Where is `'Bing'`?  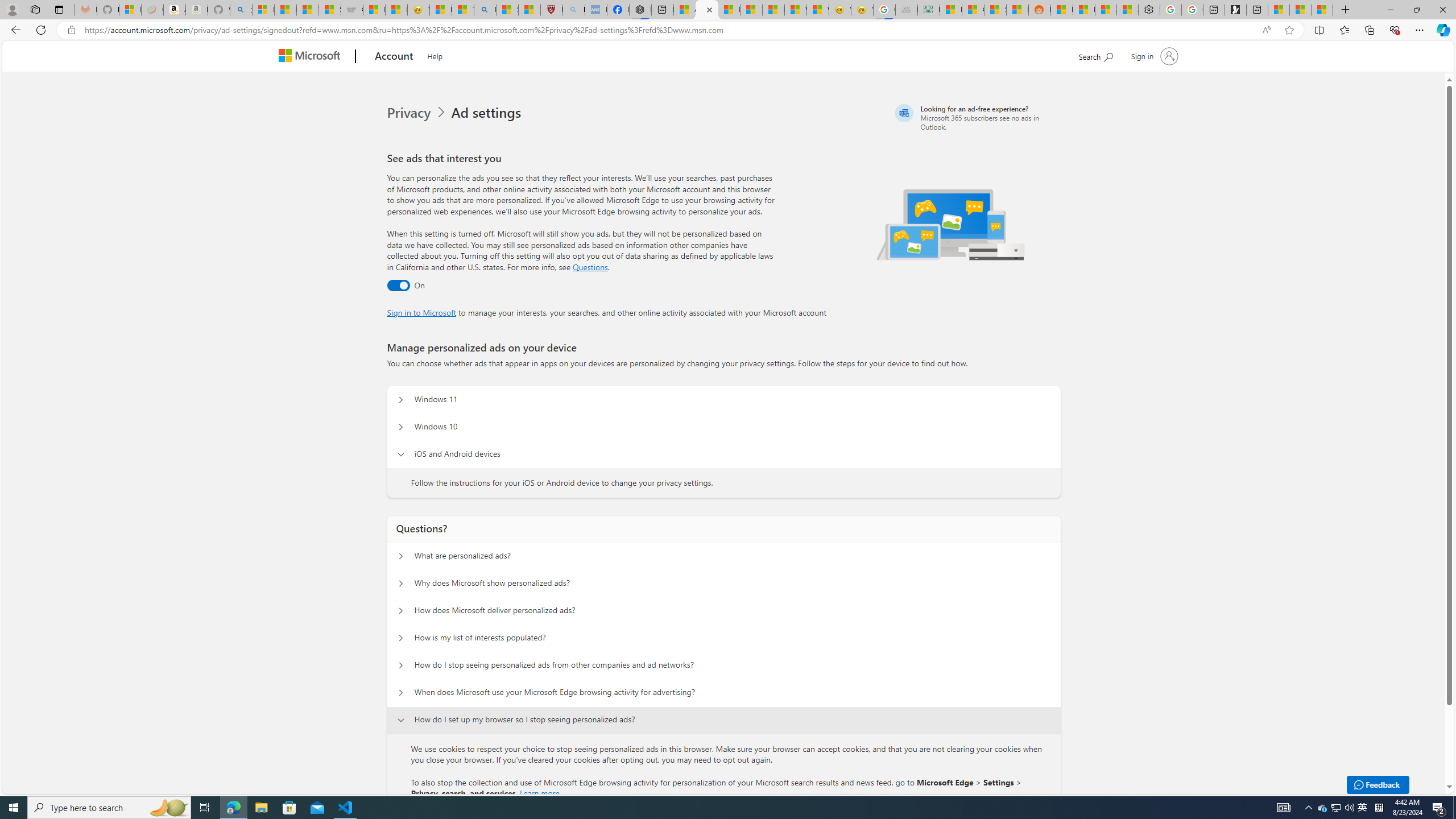
'Bing' is located at coordinates (484, 9).